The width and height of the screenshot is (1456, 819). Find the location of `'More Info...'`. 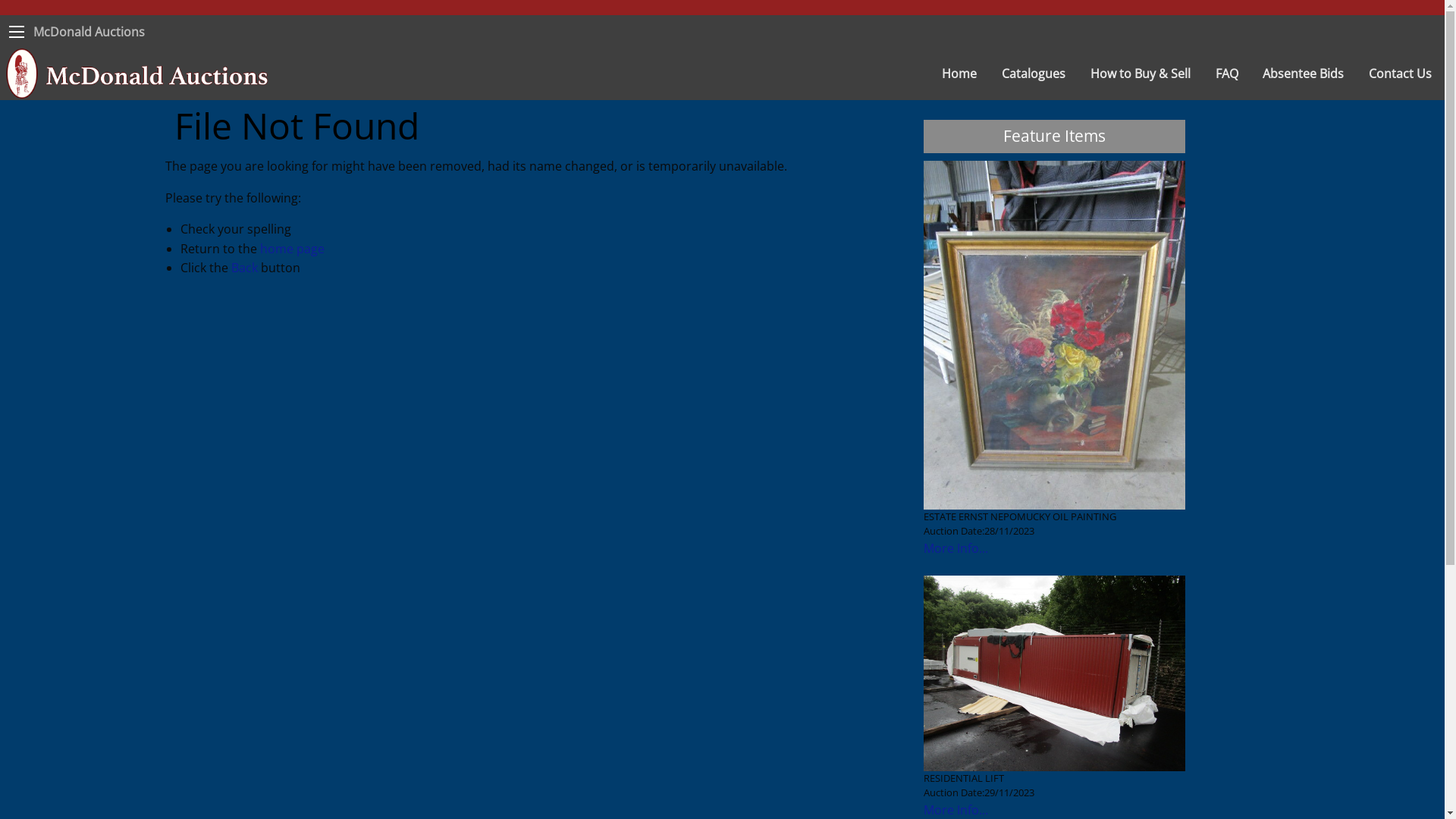

'More Info...' is located at coordinates (955, 809).